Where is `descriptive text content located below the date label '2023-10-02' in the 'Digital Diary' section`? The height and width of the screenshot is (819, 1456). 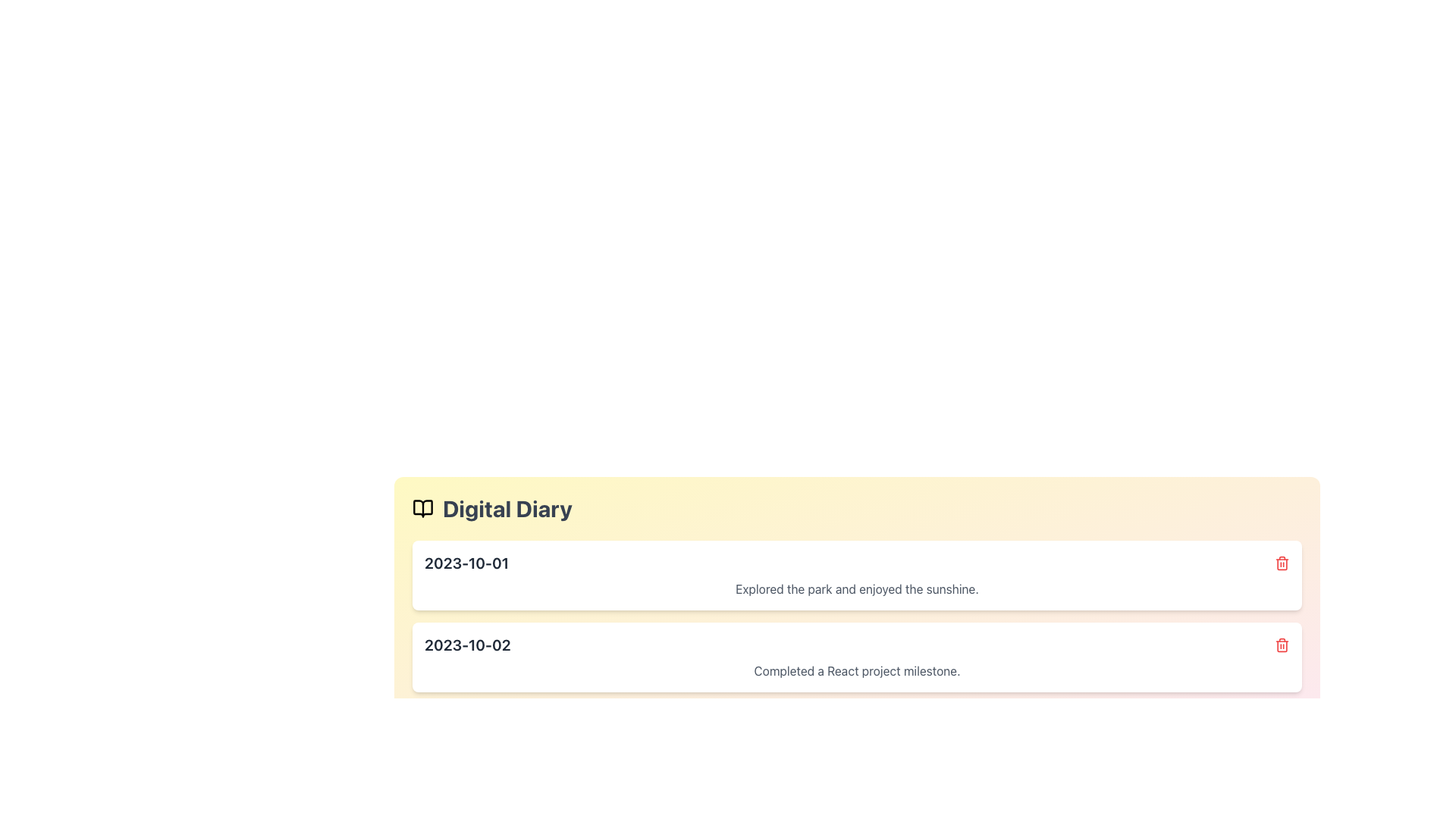 descriptive text content located below the date label '2023-10-02' in the 'Digital Diary' section is located at coordinates (857, 670).